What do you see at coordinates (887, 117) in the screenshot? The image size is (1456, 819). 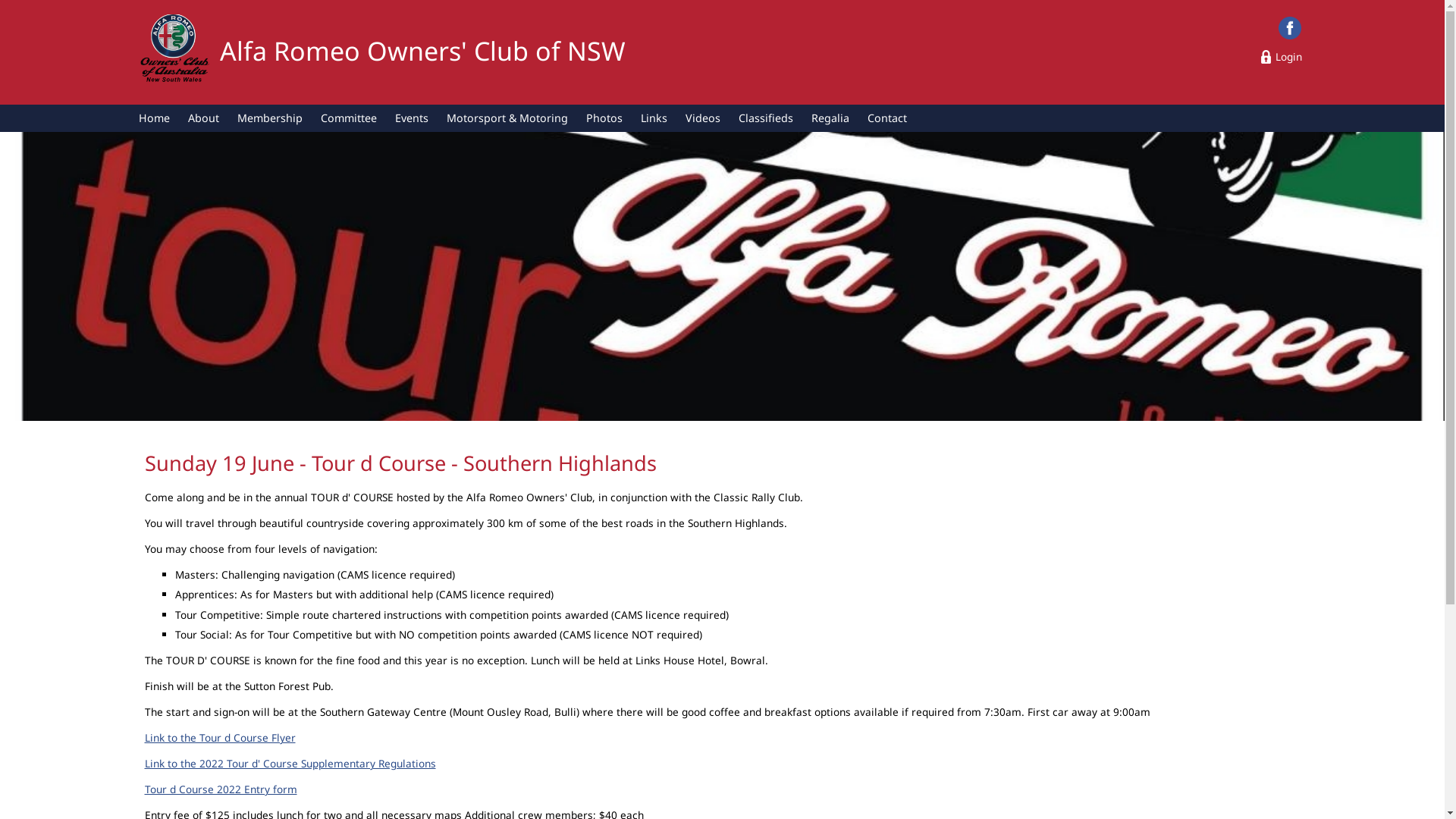 I see `'Contact'` at bounding box center [887, 117].